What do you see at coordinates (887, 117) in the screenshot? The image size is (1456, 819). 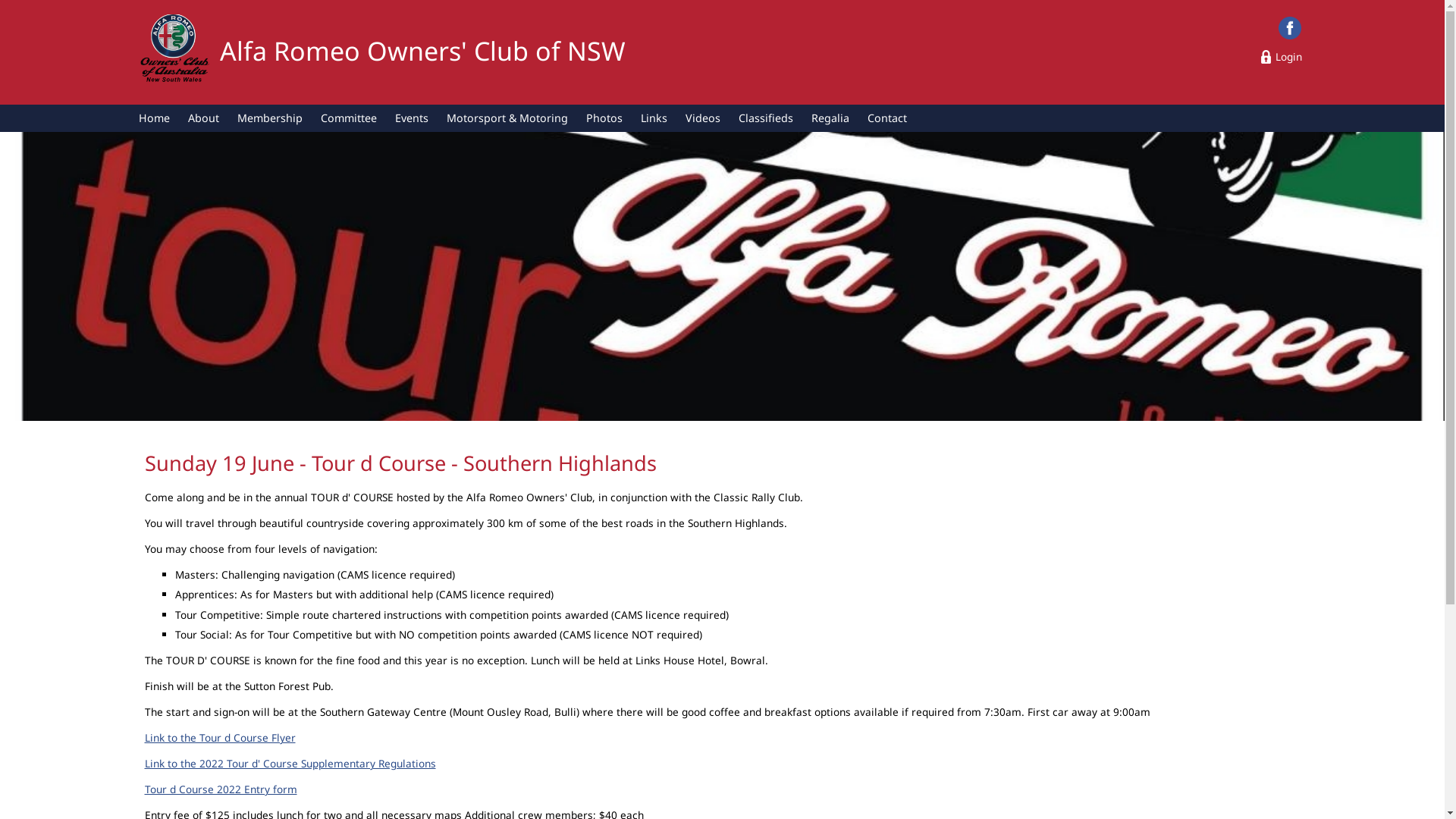 I see `'Contact'` at bounding box center [887, 117].